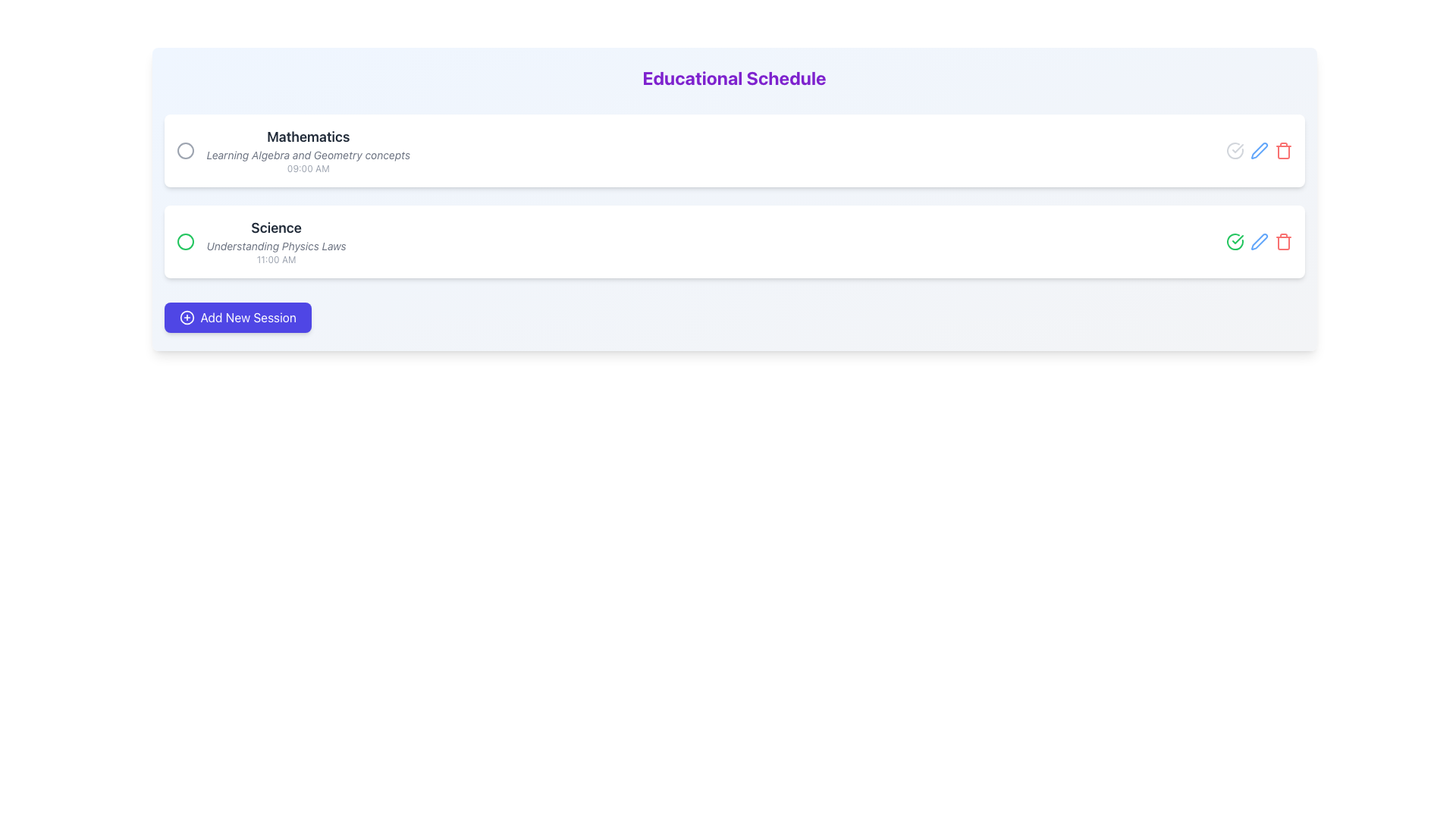 The height and width of the screenshot is (819, 1456). Describe the element at coordinates (184, 151) in the screenshot. I see `the circular icon with a hollow center, styled with a gray outline, located prominently within the 'Mathematics' section, to the left of the text content` at that location.